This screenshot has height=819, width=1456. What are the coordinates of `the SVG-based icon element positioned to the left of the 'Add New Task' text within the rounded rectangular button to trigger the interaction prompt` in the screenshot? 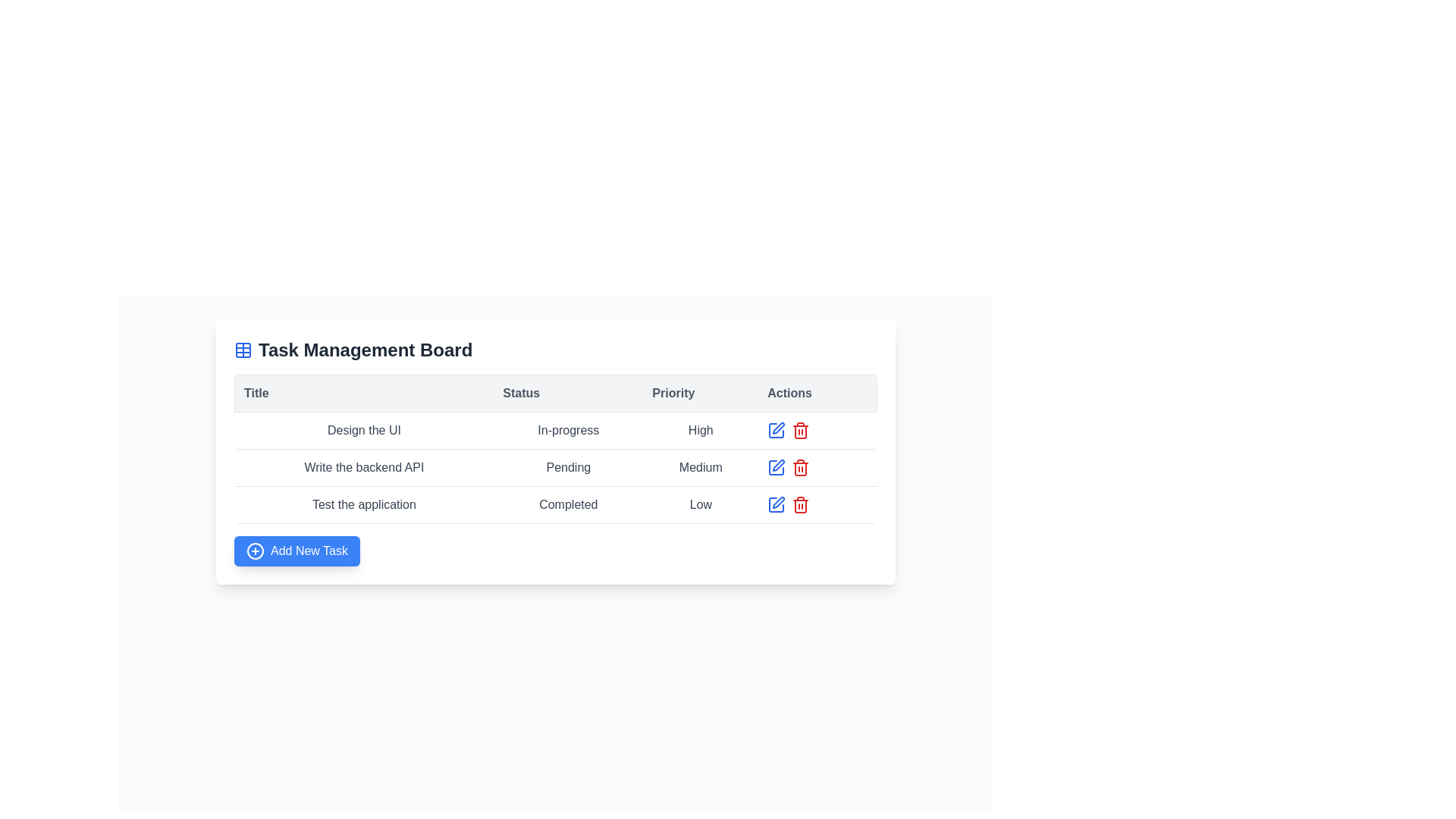 It's located at (255, 551).